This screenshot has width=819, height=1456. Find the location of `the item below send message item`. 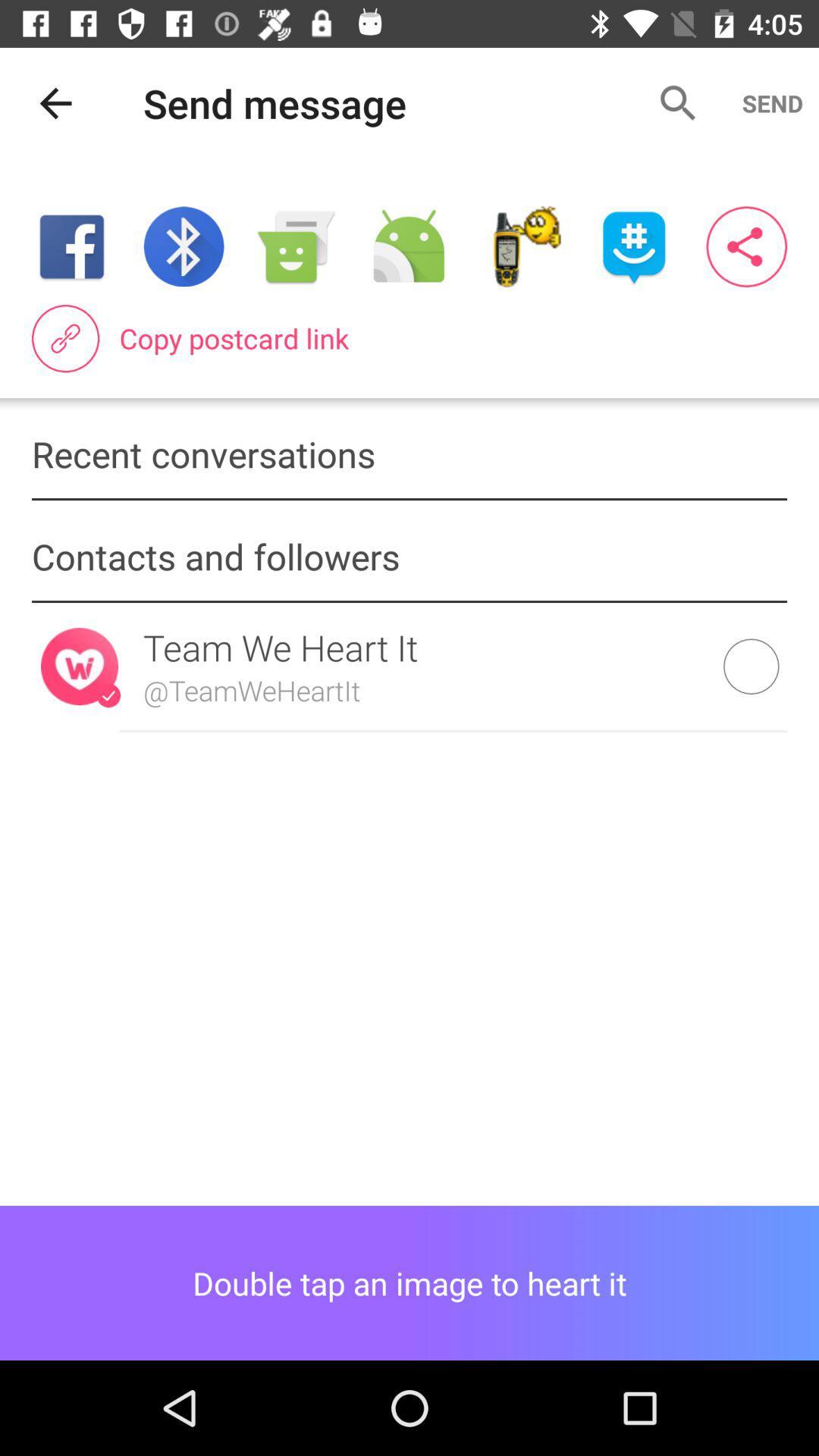

the item below send message item is located at coordinates (183, 246).